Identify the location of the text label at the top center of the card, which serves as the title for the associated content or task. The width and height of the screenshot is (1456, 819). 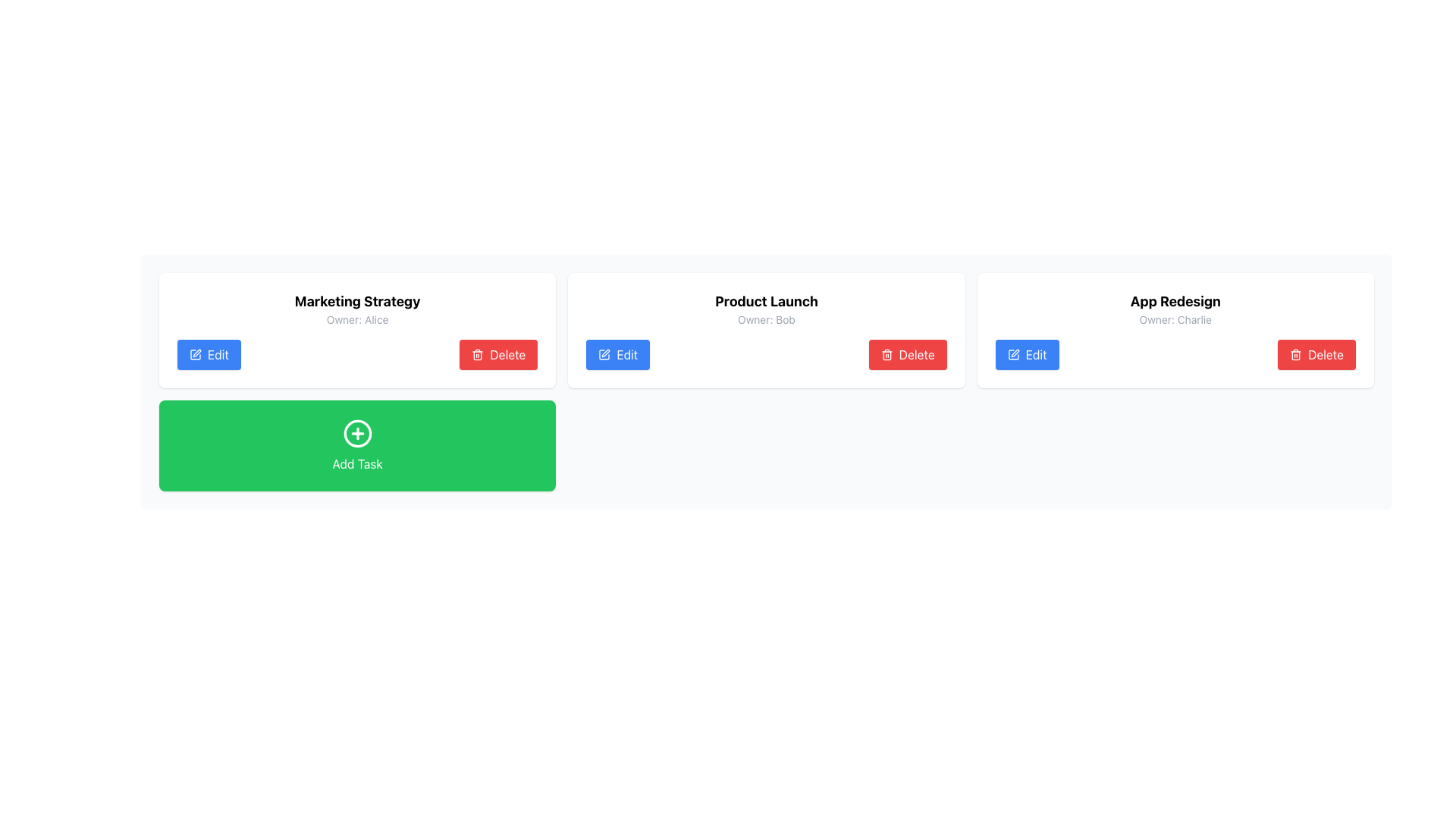
(356, 301).